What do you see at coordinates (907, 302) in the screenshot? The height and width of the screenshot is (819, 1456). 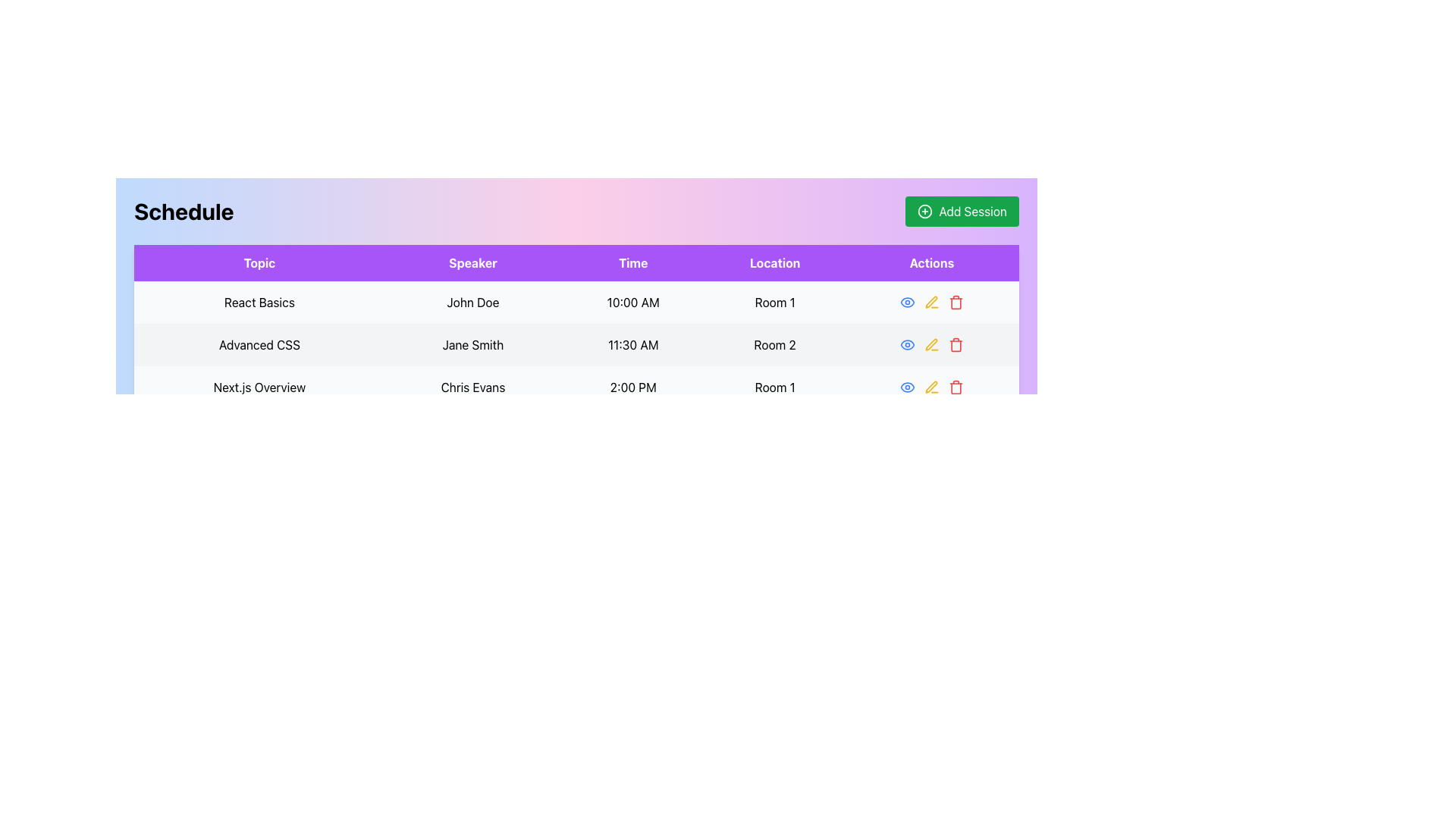 I see `the button in the third row under the 'Actions' column` at bounding box center [907, 302].